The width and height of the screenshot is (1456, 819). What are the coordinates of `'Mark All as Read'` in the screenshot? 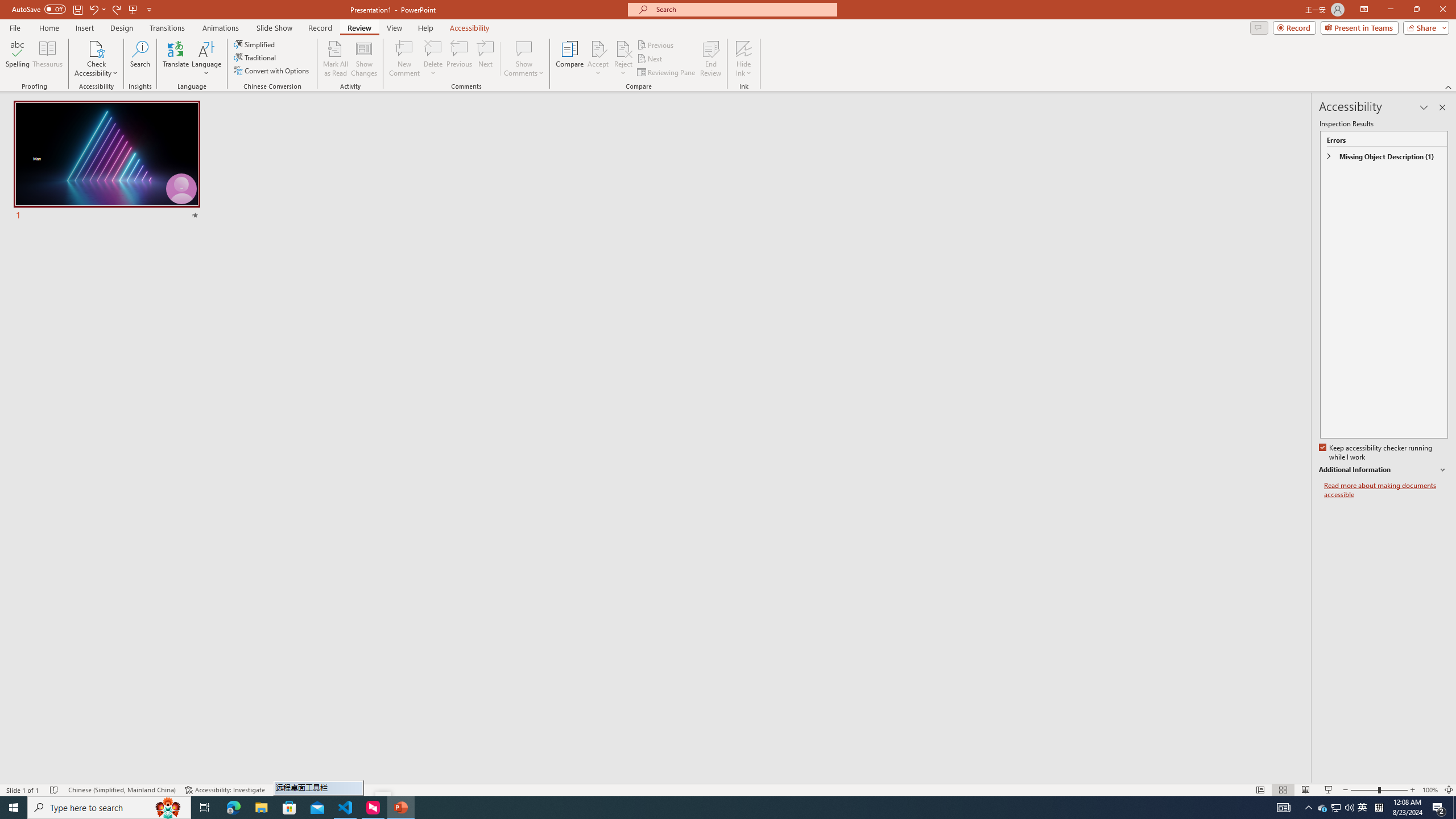 It's located at (336, 59).